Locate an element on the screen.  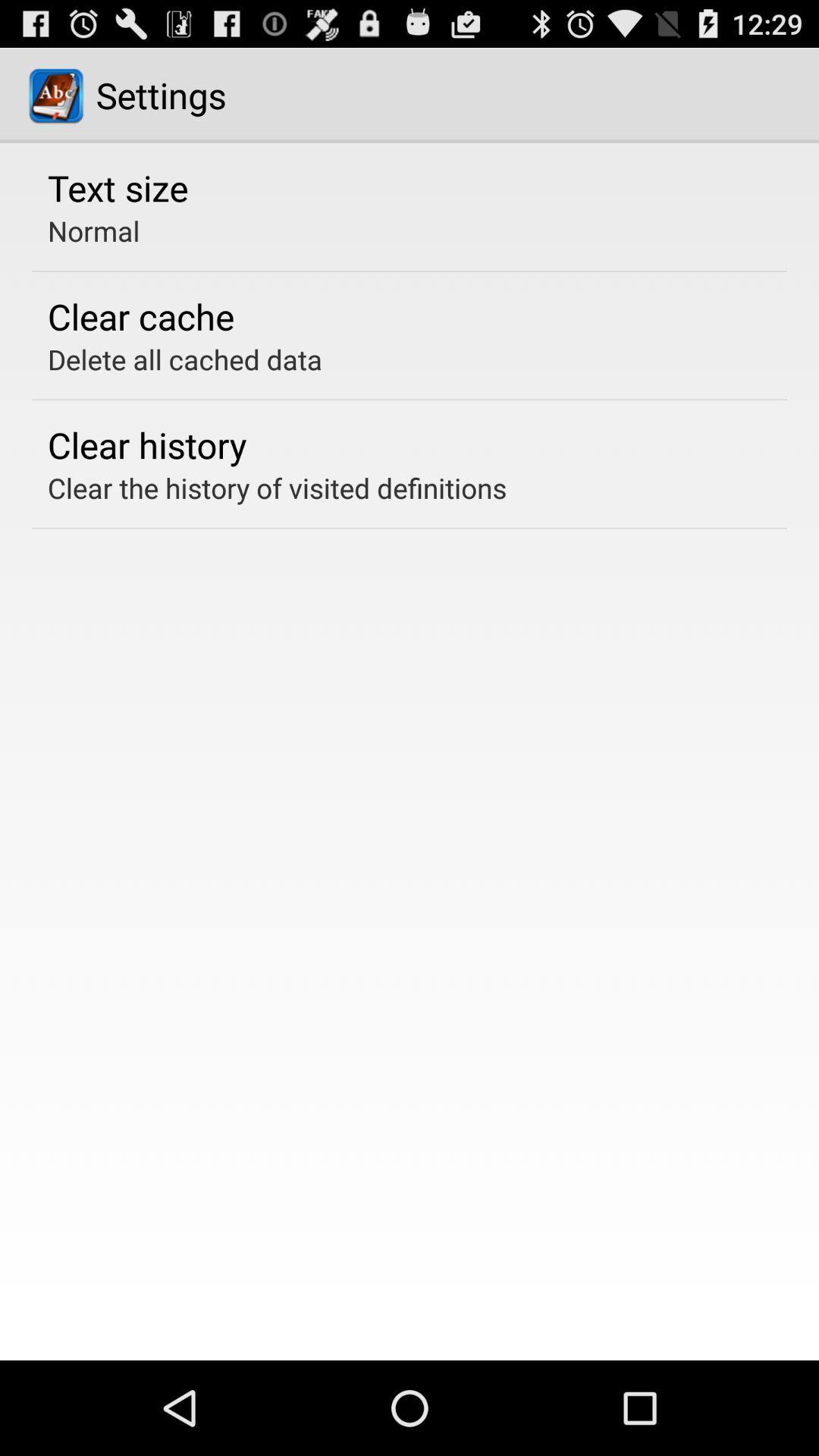
delete all cached icon is located at coordinates (184, 359).